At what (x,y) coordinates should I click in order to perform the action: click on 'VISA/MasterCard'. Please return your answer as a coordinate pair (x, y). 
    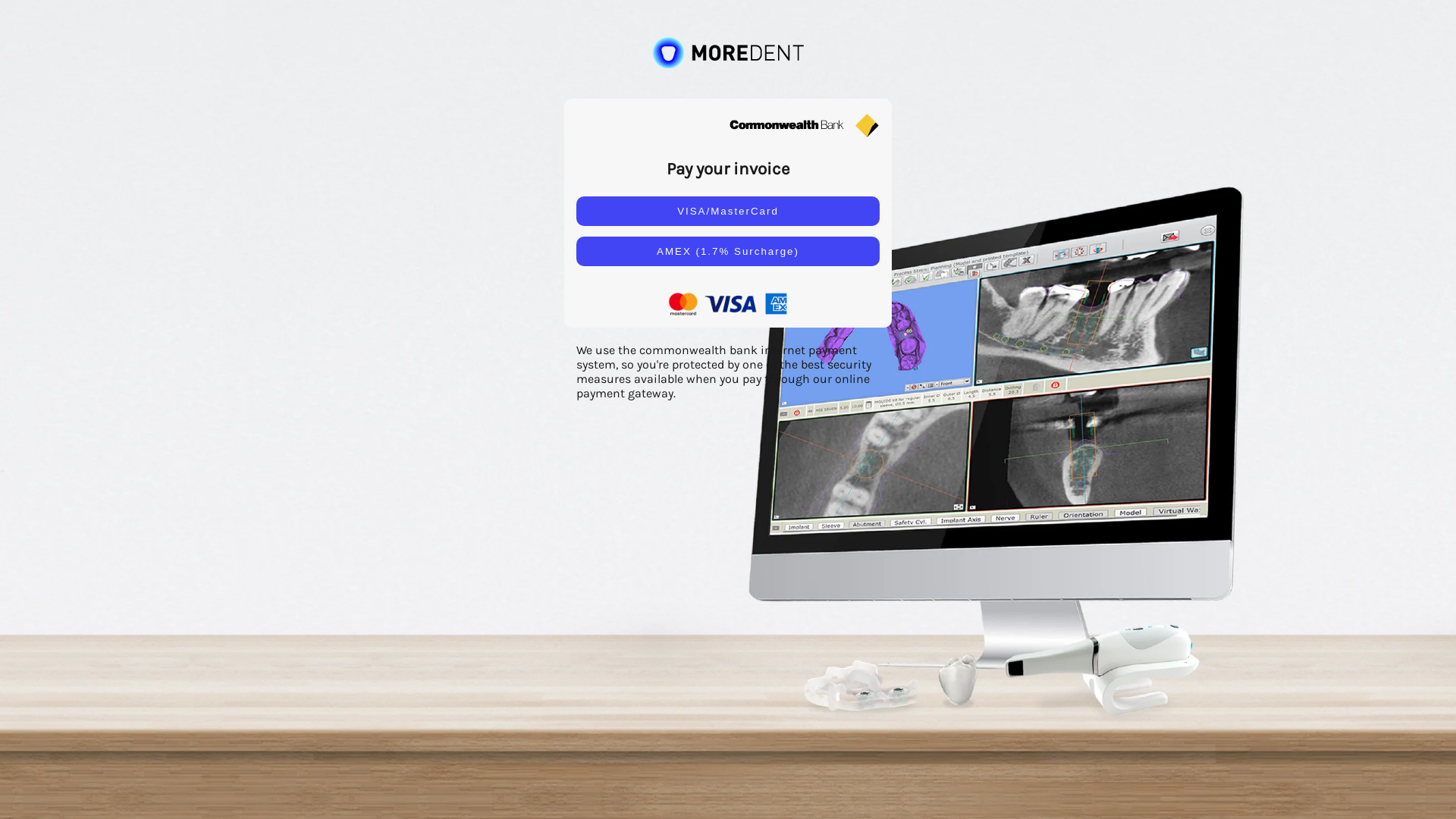
    Looking at the image, I should click on (728, 211).